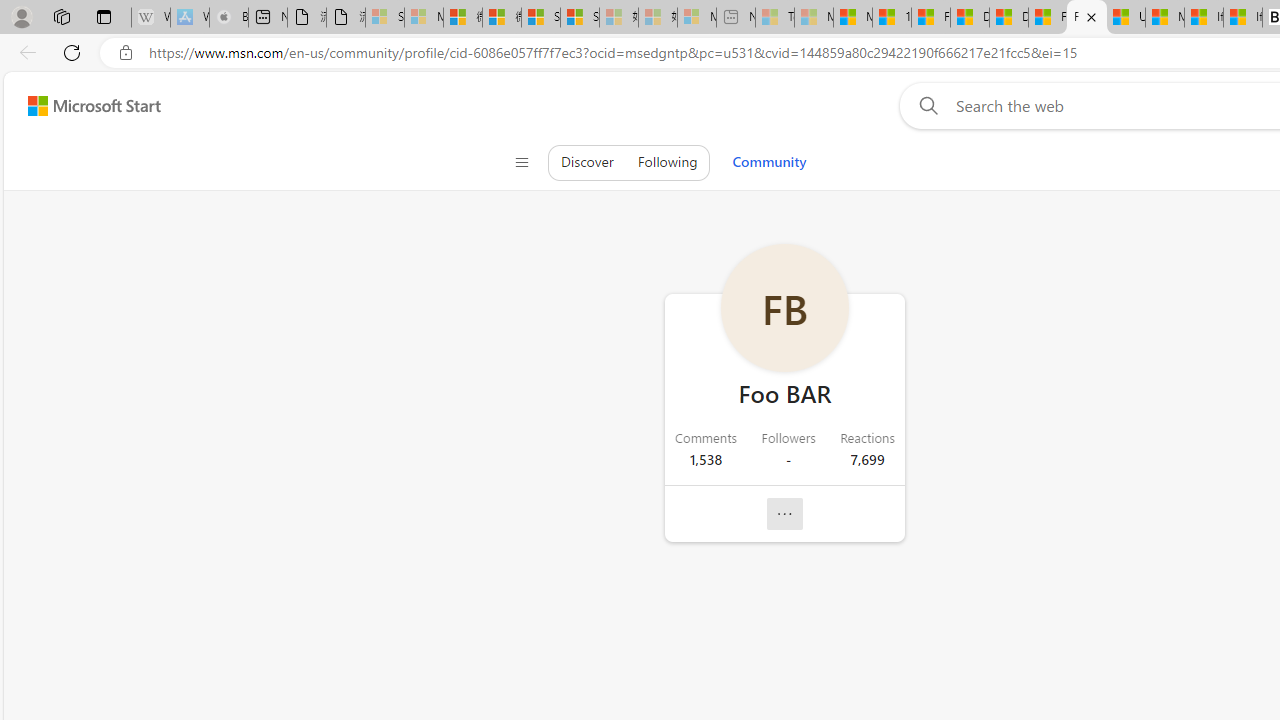 Image resolution: width=1280 pixels, height=720 pixels. Describe the element at coordinates (1008, 17) in the screenshot. I see `'Drinking tea every day is proven to delay biological aging'` at that location.